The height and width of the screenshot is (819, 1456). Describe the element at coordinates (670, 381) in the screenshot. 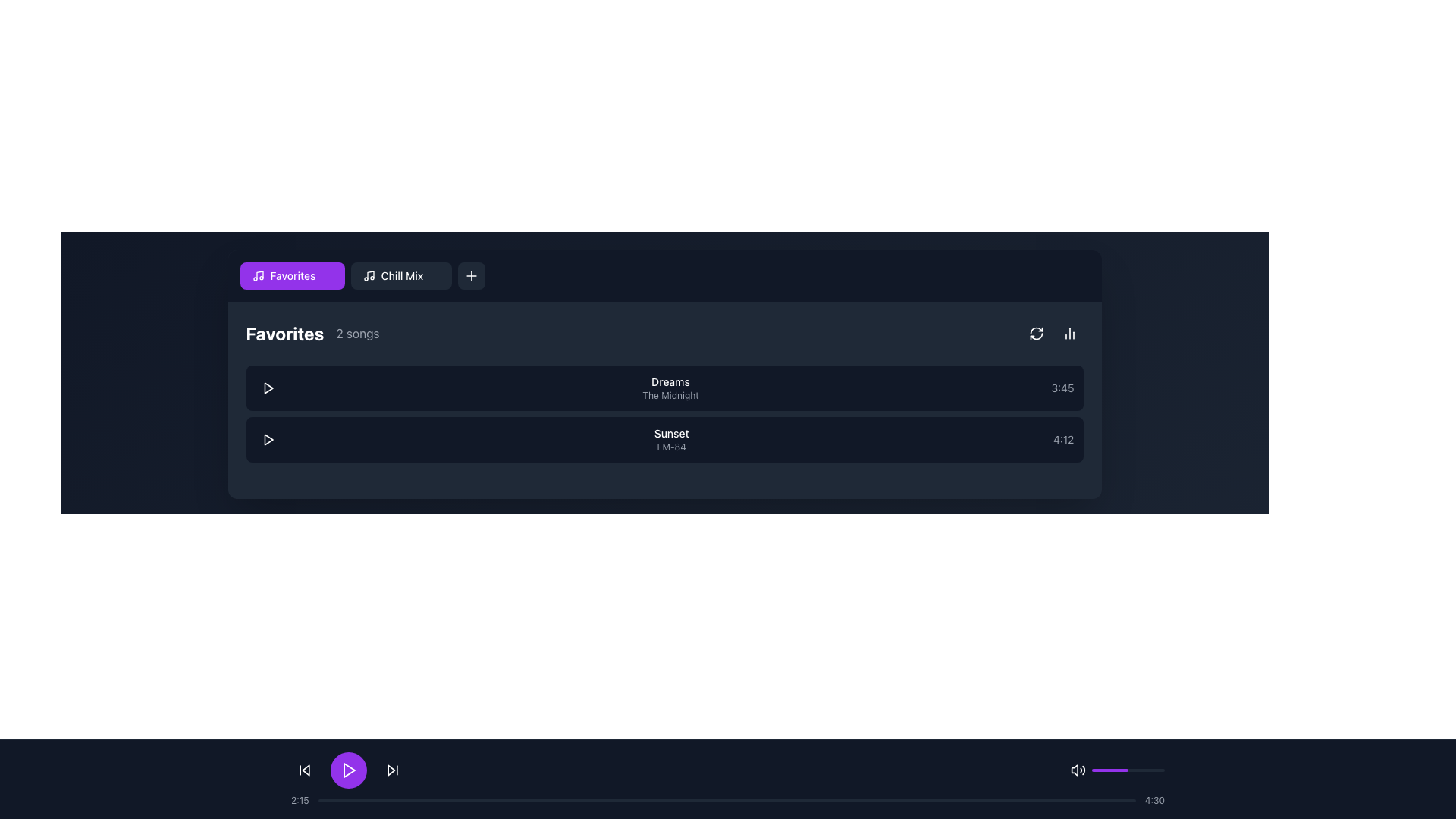

I see `displayed text 'Dreams' from the Text Label, which is styled in medium-weight font and appears above the text 'The Midnight'` at that location.